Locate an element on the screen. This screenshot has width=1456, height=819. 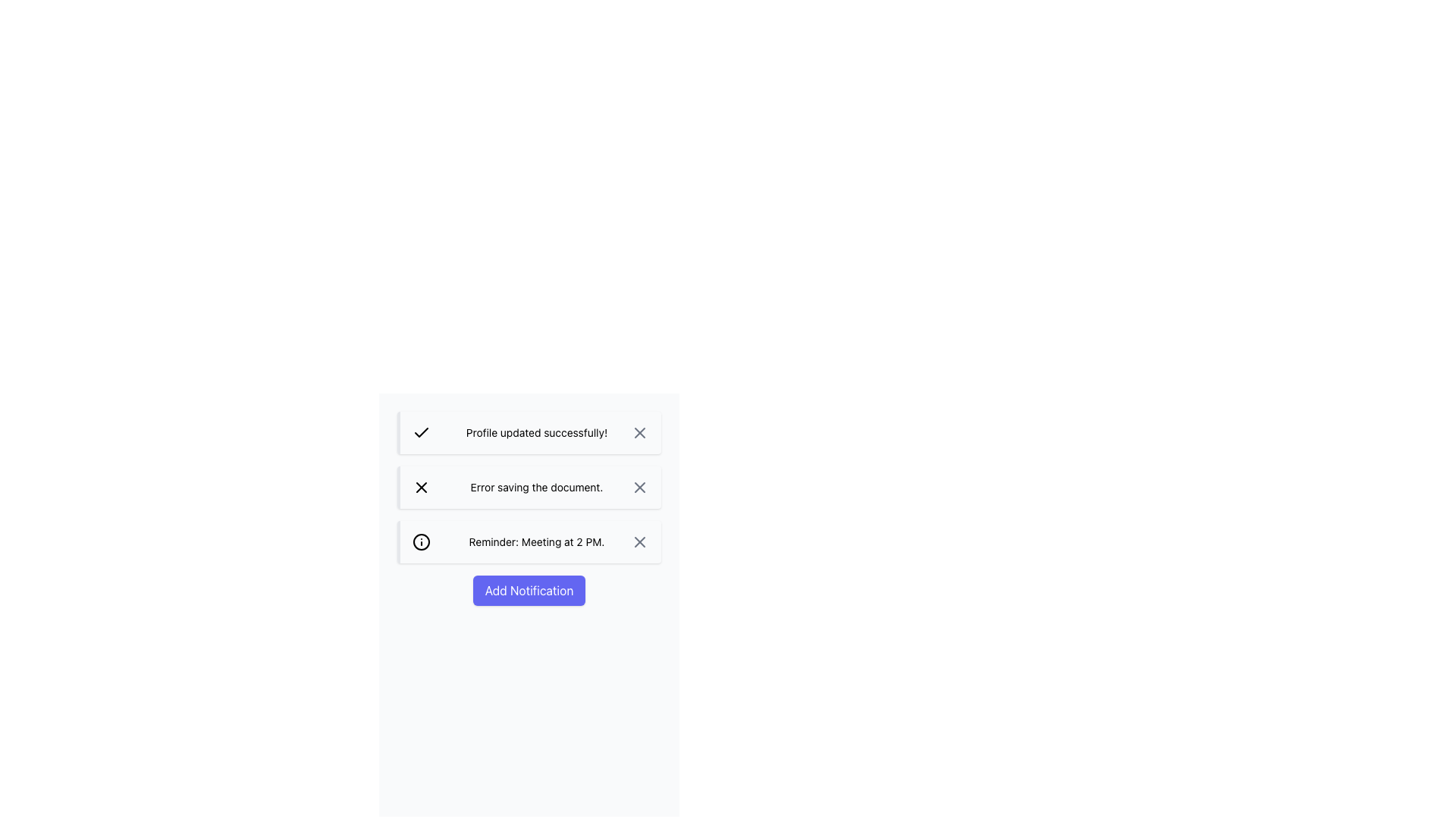
the central graphical icon of the 'close' button in the notification labeled 'Reminder: Meeting at 2 PM' is located at coordinates (640, 541).